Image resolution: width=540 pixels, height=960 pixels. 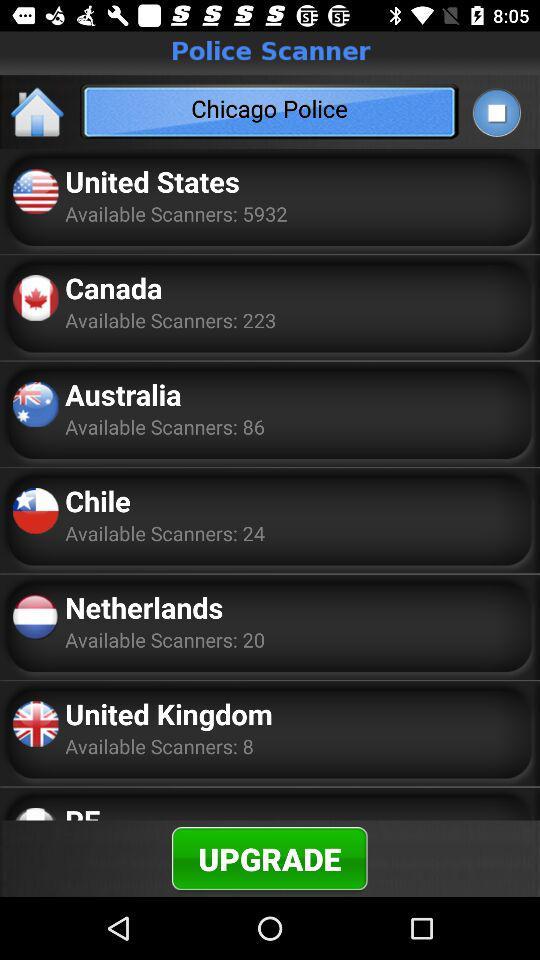 I want to click on stop, so click(x=495, y=112).